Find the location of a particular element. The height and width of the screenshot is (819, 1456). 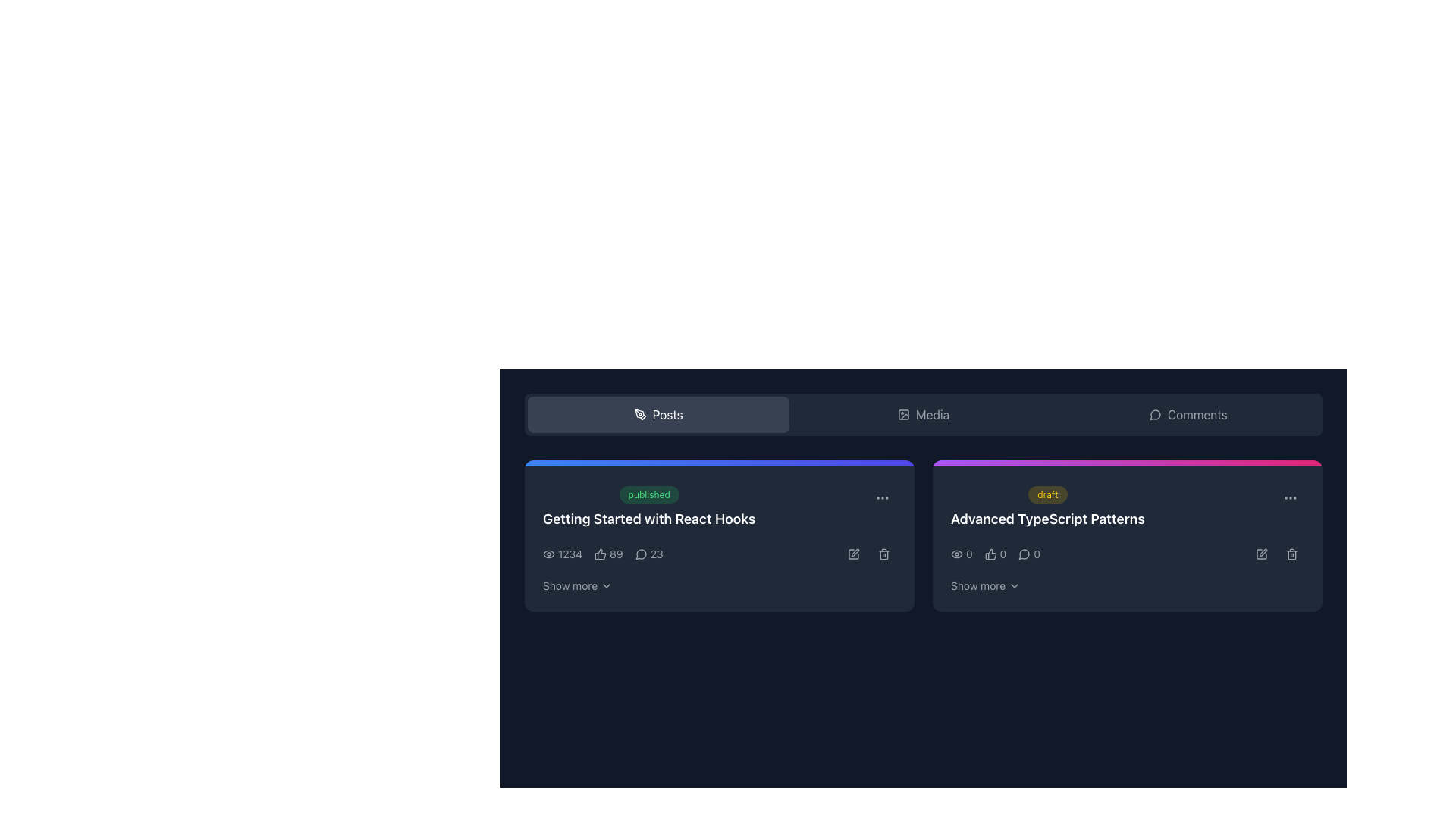

the edit icon button located in the lower-right corner of the card for the post titled 'Advanced TypeScript Patterns' to initiate an editing action is located at coordinates (1262, 554).